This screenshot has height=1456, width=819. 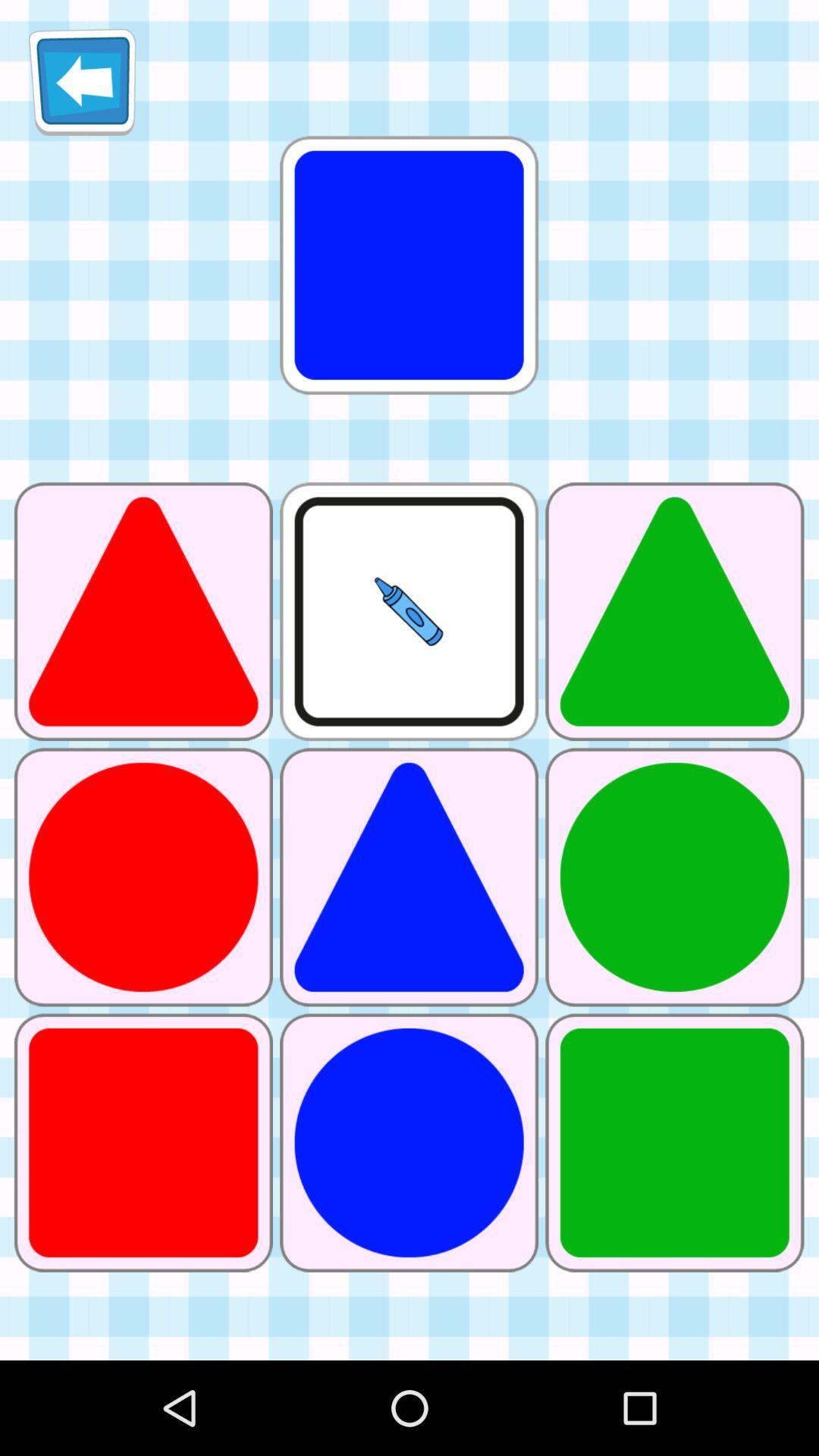 What do you see at coordinates (82, 87) in the screenshot?
I see `the arrow_backward icon` at bounding box center [82, 87].